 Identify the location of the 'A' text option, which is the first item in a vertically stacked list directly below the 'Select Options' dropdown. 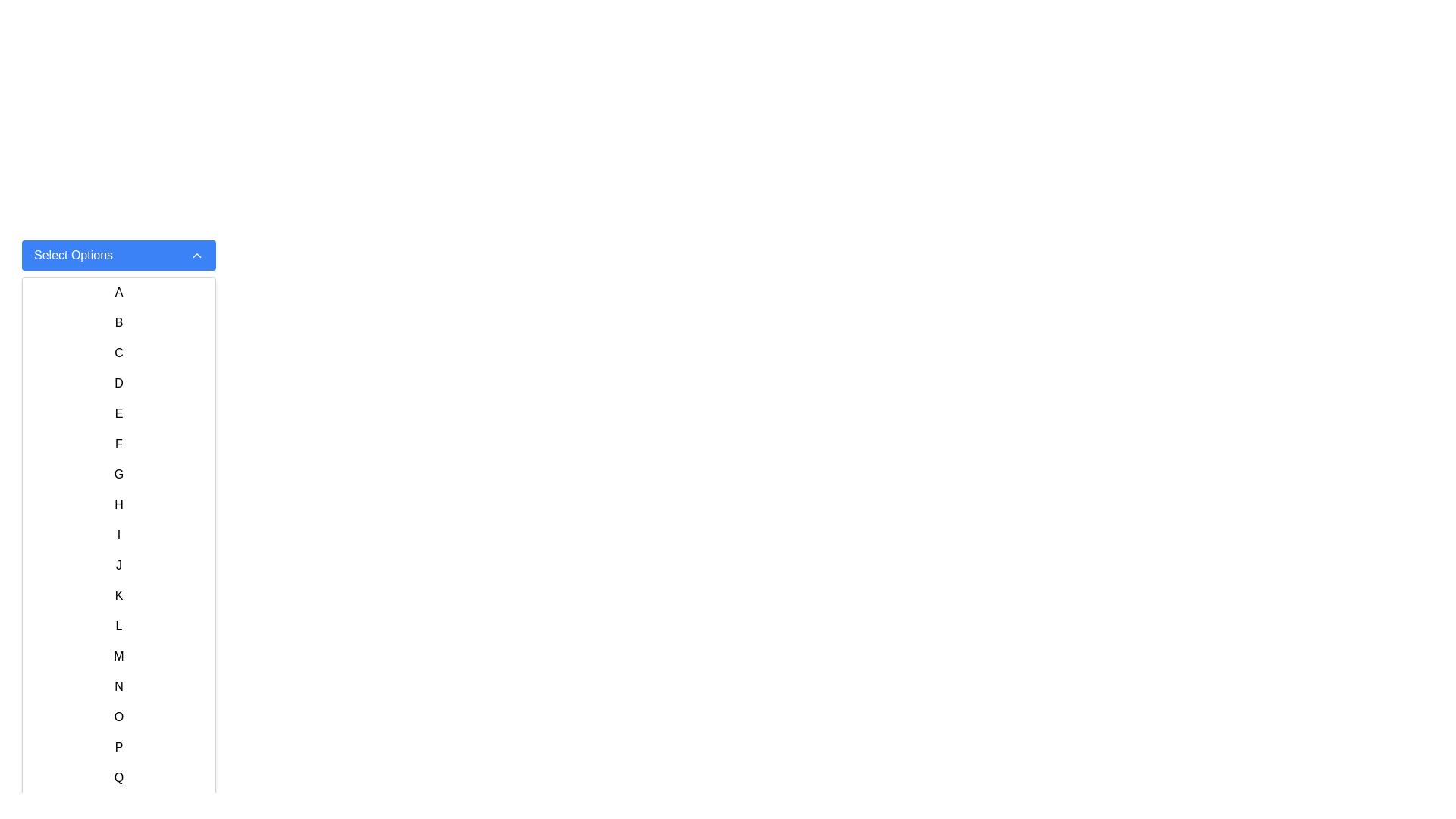
(118, 292).